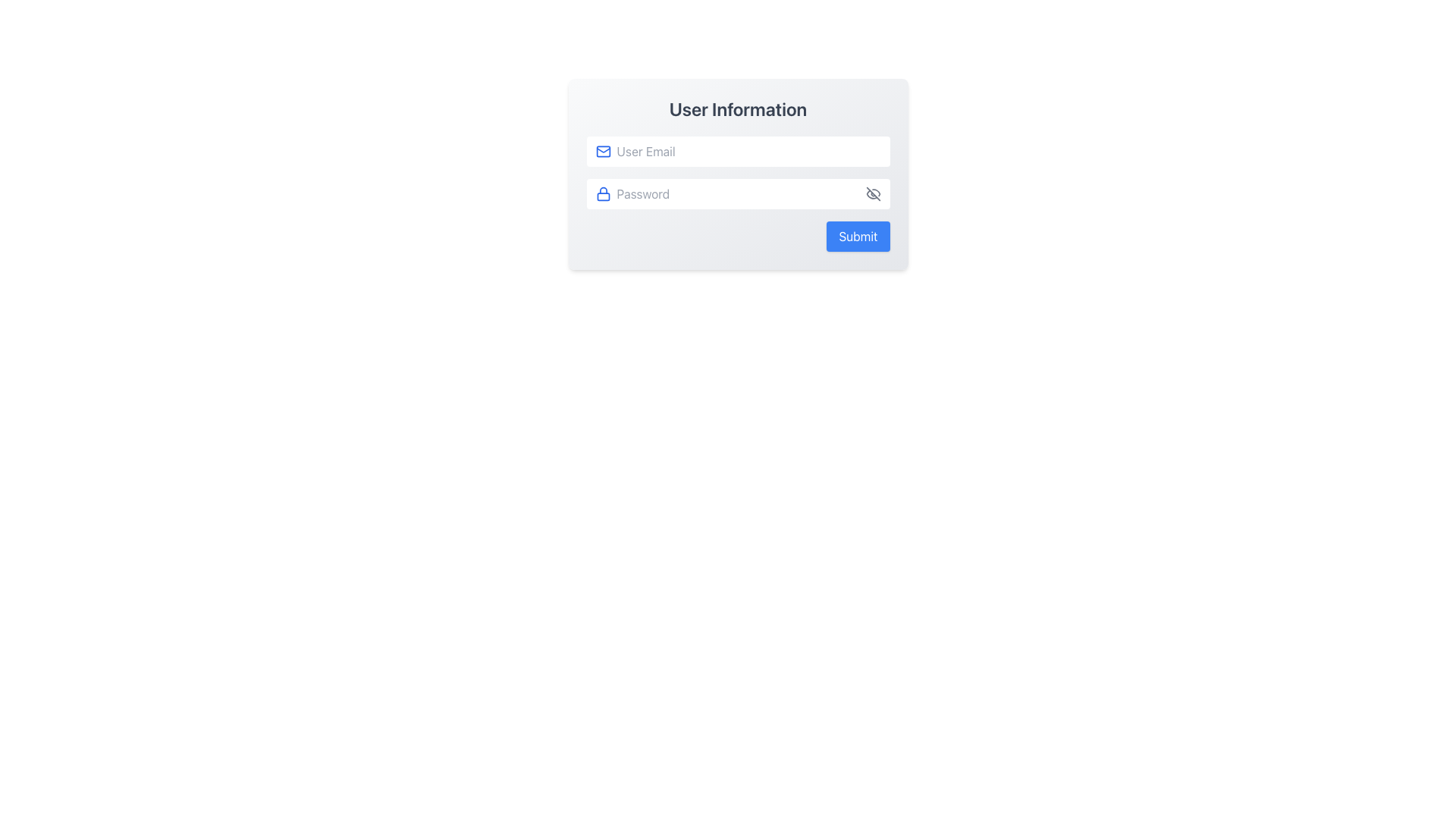 This screenshot has width=1456, height=819. Describe the element at coordinates (602, 196) in the screenshot. I see `the main body of the lock icon, which is a simple rectangular shape located to the left of the 'Password' input field` at that location.